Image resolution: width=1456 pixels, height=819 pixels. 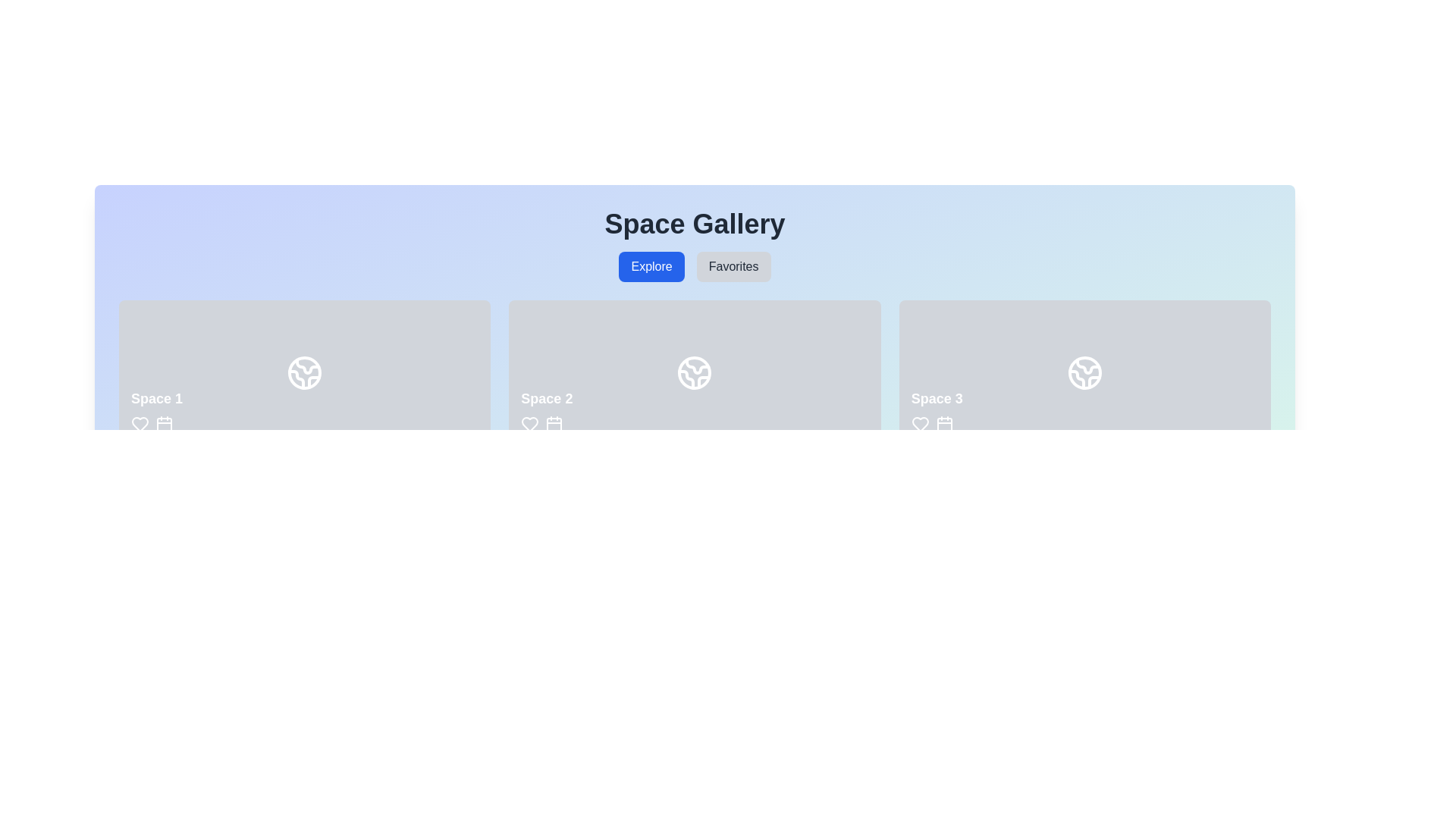 What do you see at coordinates (943, 424) in the screenshot?
I see `the calendar icon, which is the second icon from the right in a horizontal layout, to interact with the calendar or scheduling tool` at bounding box center [943, 424].